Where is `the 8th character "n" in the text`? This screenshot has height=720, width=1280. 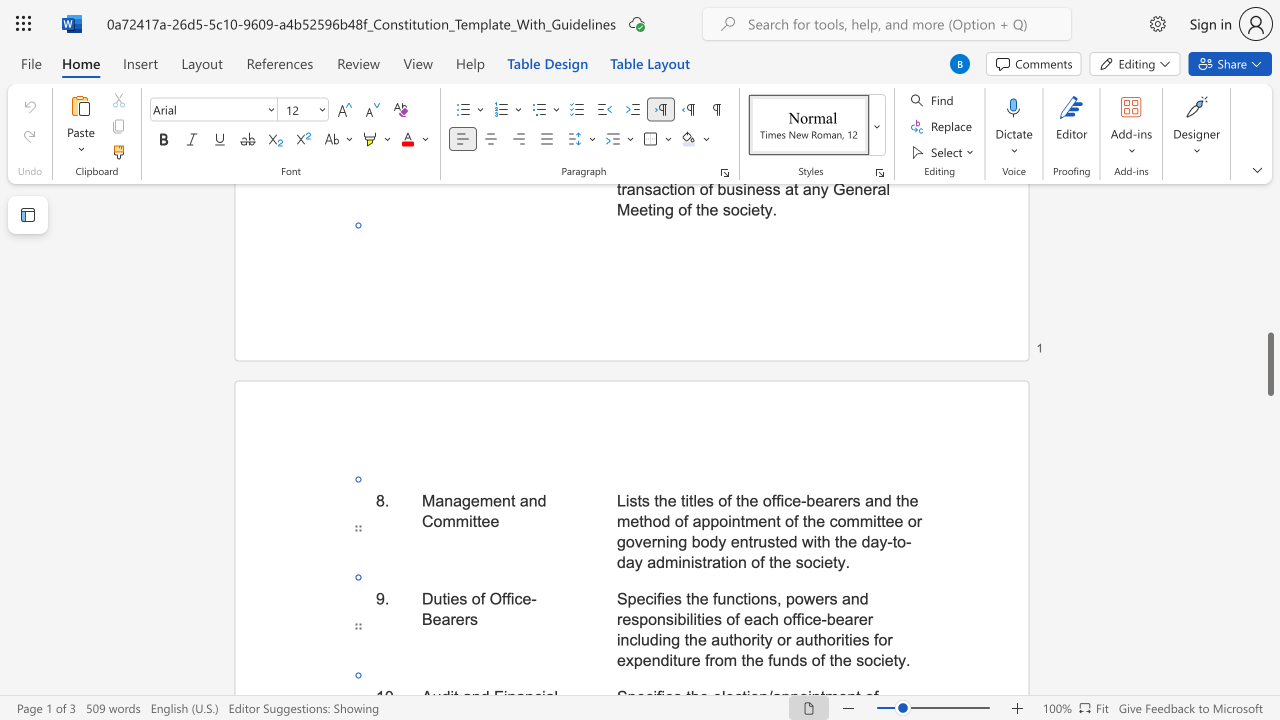
the 8th character "n" in the text is located at coordinates (785, 660).